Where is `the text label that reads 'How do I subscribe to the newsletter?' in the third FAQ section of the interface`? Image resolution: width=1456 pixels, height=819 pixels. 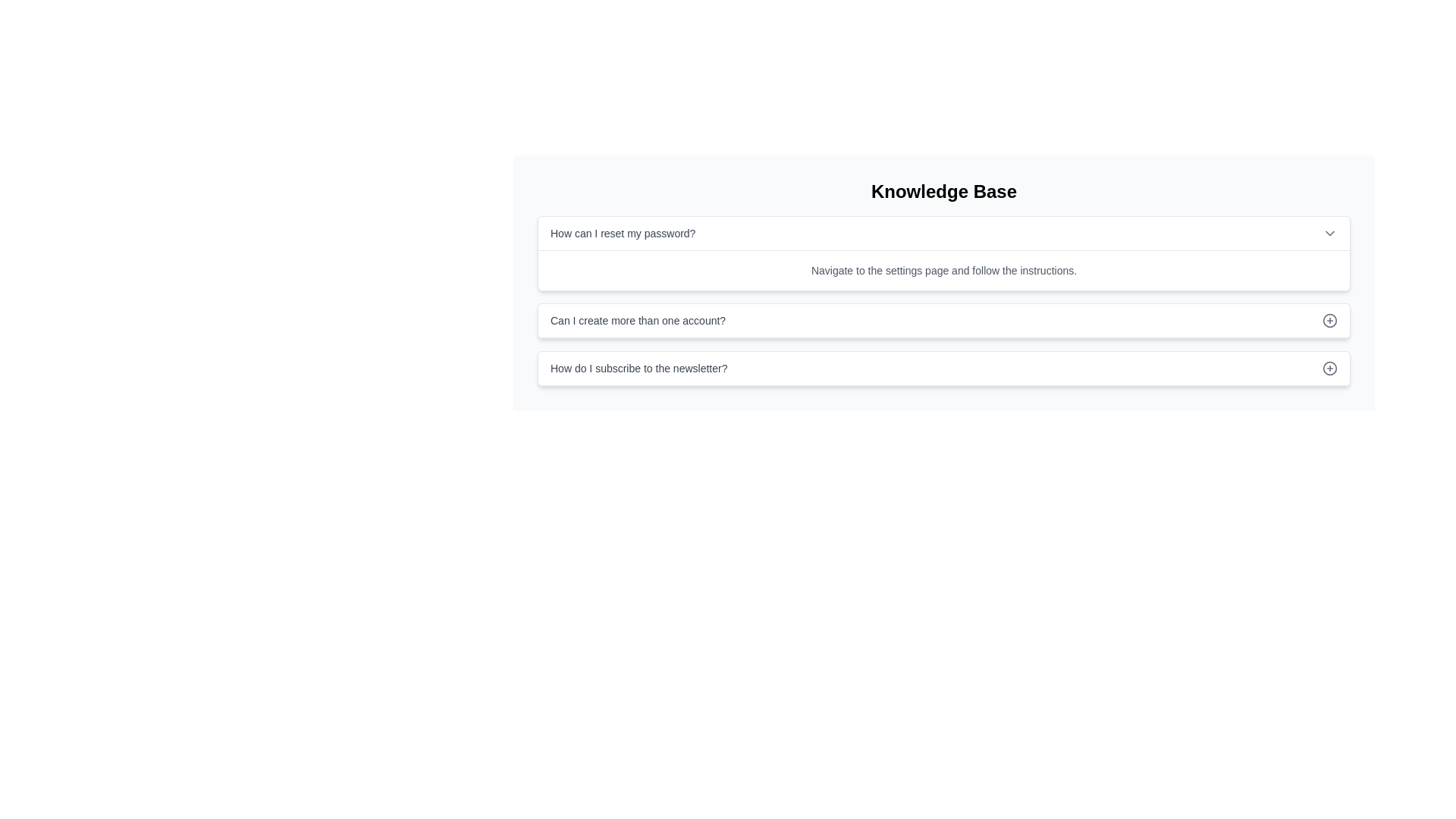 the text label that reads 'How do I subscribe to the newsletter?' in the third FAQ section of the interface is located at coordinates (639, 369).